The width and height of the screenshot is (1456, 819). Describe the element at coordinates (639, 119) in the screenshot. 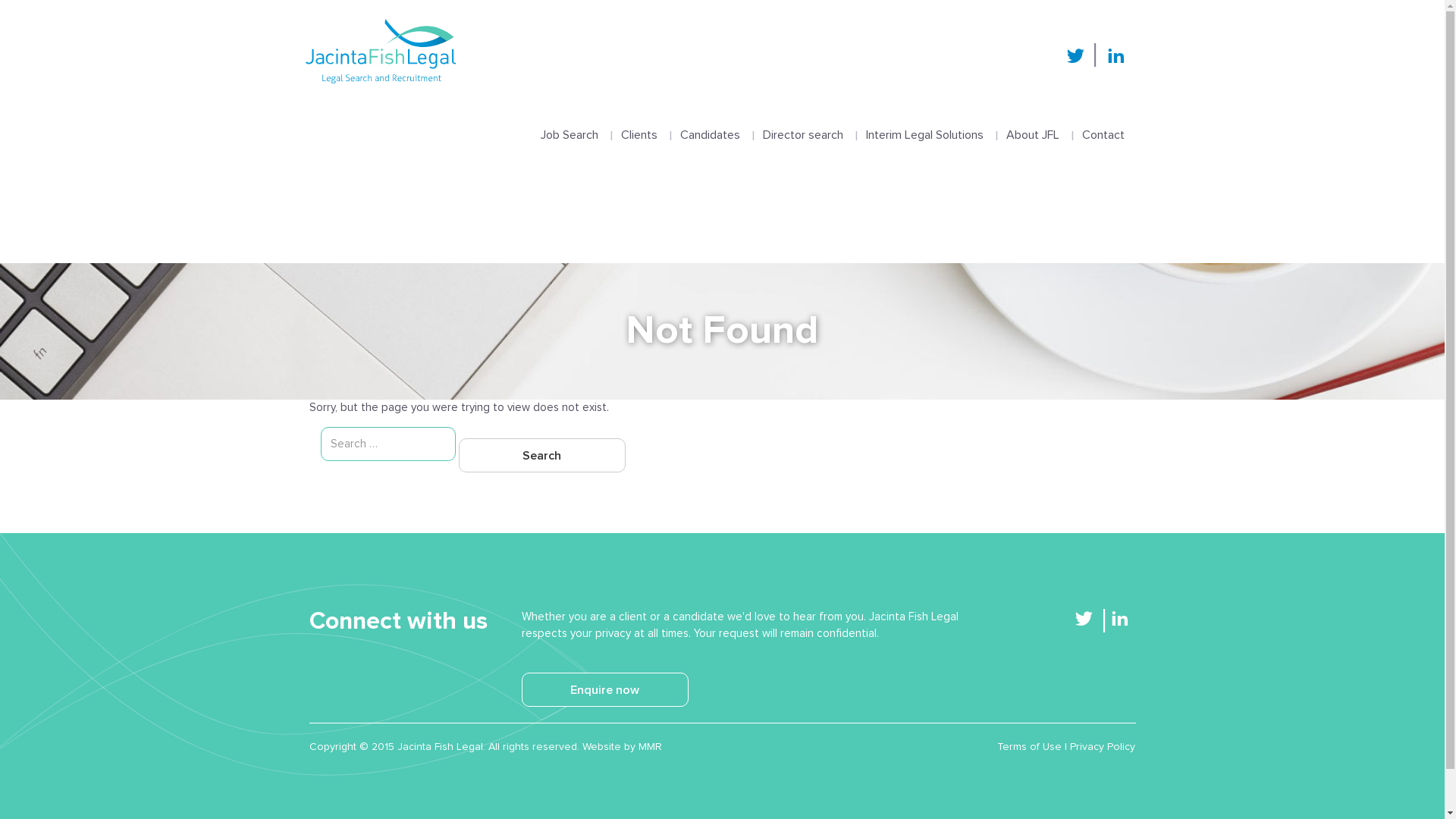

I see `'Clients'` at that location.